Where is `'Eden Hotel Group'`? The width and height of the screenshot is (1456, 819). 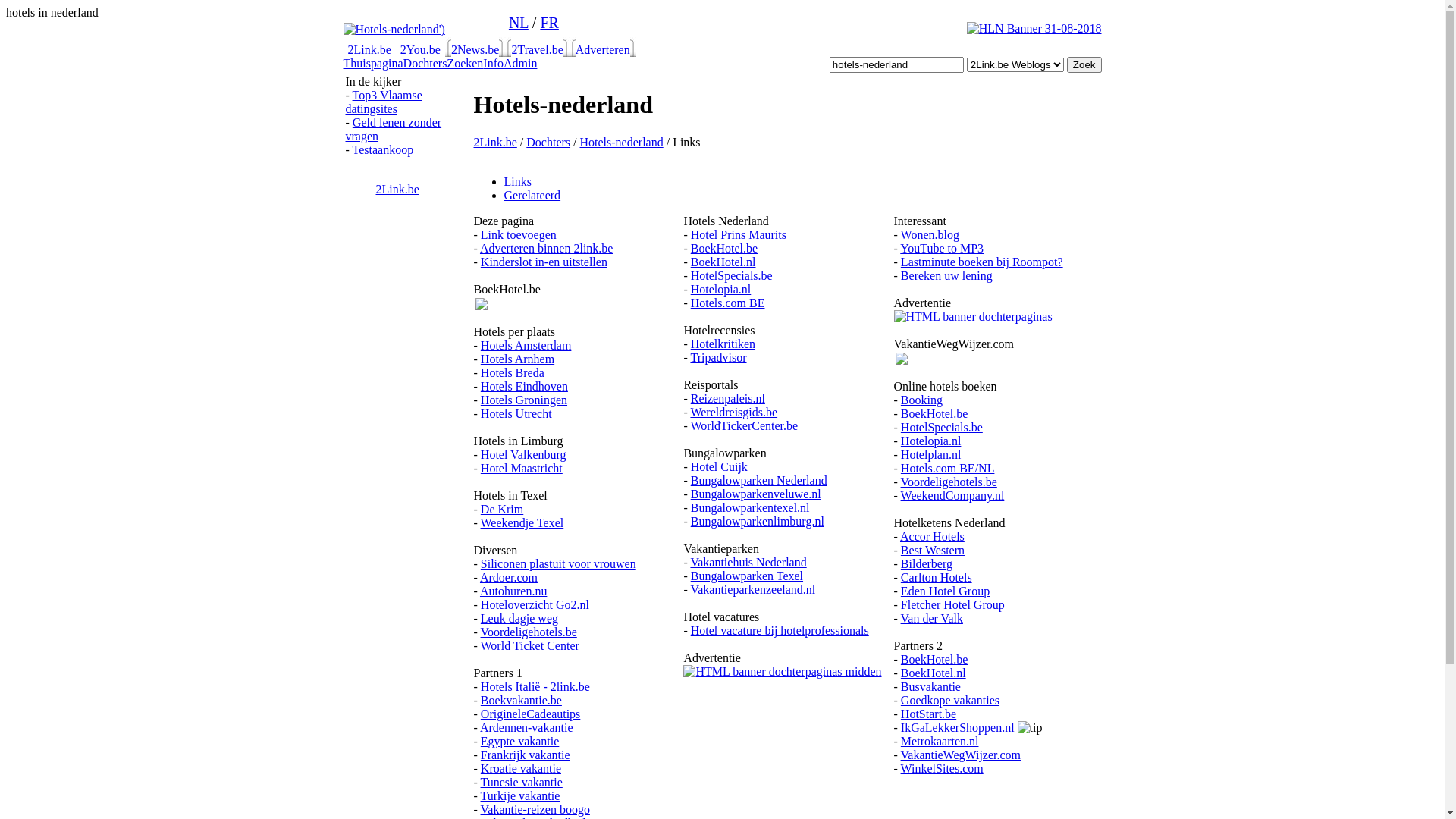 'Eden Hotel Group' is located at coordinates (944, 590).